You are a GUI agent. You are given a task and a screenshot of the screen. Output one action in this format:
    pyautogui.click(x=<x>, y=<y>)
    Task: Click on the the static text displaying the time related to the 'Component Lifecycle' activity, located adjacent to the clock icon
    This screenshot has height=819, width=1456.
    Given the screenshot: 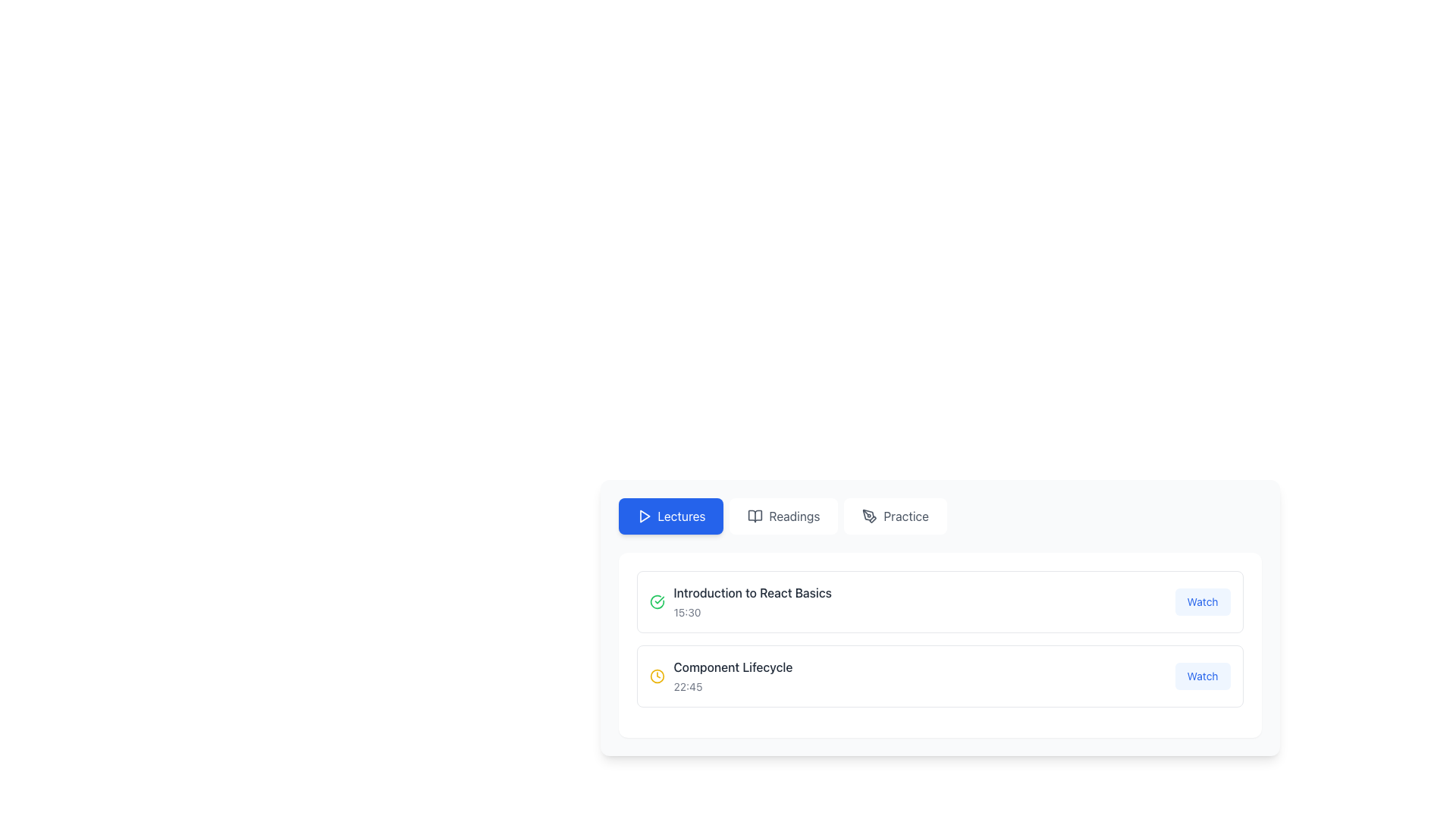 What is the action you would take?
    pyautogui.click(x=687, y=687)
    